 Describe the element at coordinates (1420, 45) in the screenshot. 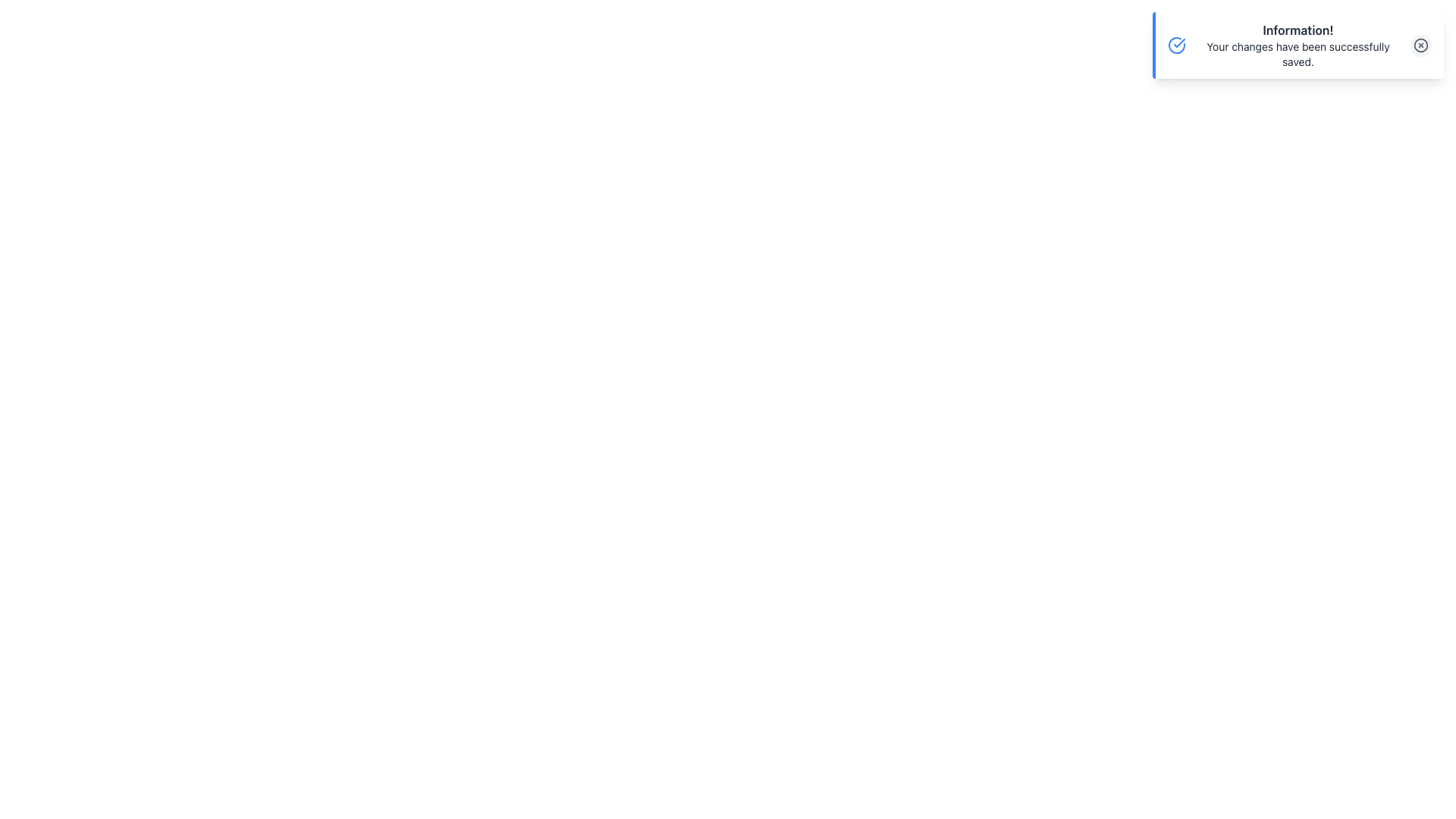

I see `the close button located at the top-right corner of the notification box` at that location.